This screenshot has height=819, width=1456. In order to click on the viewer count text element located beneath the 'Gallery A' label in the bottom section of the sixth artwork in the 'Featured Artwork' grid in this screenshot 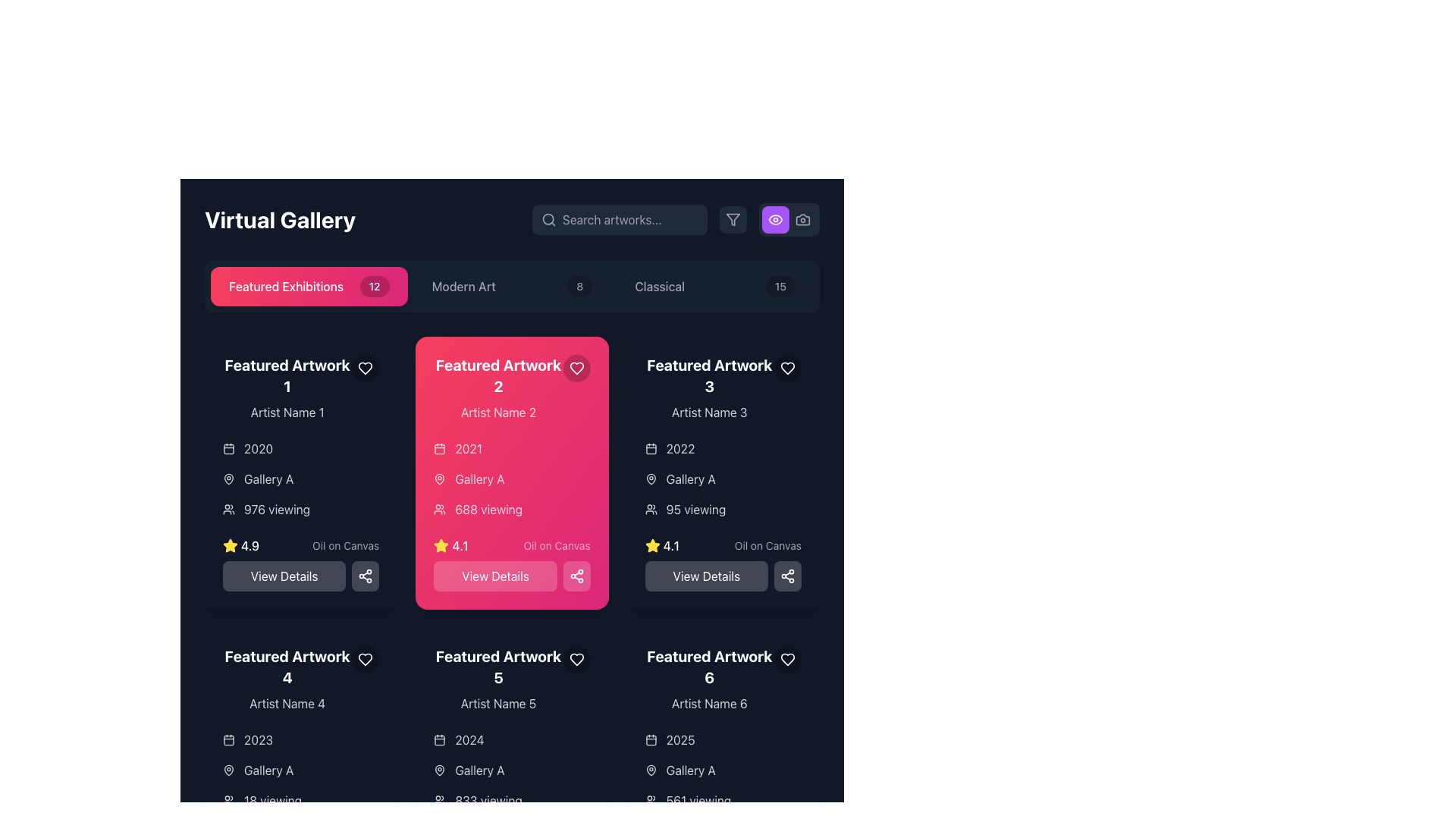, I will do `click(722, 800)`.